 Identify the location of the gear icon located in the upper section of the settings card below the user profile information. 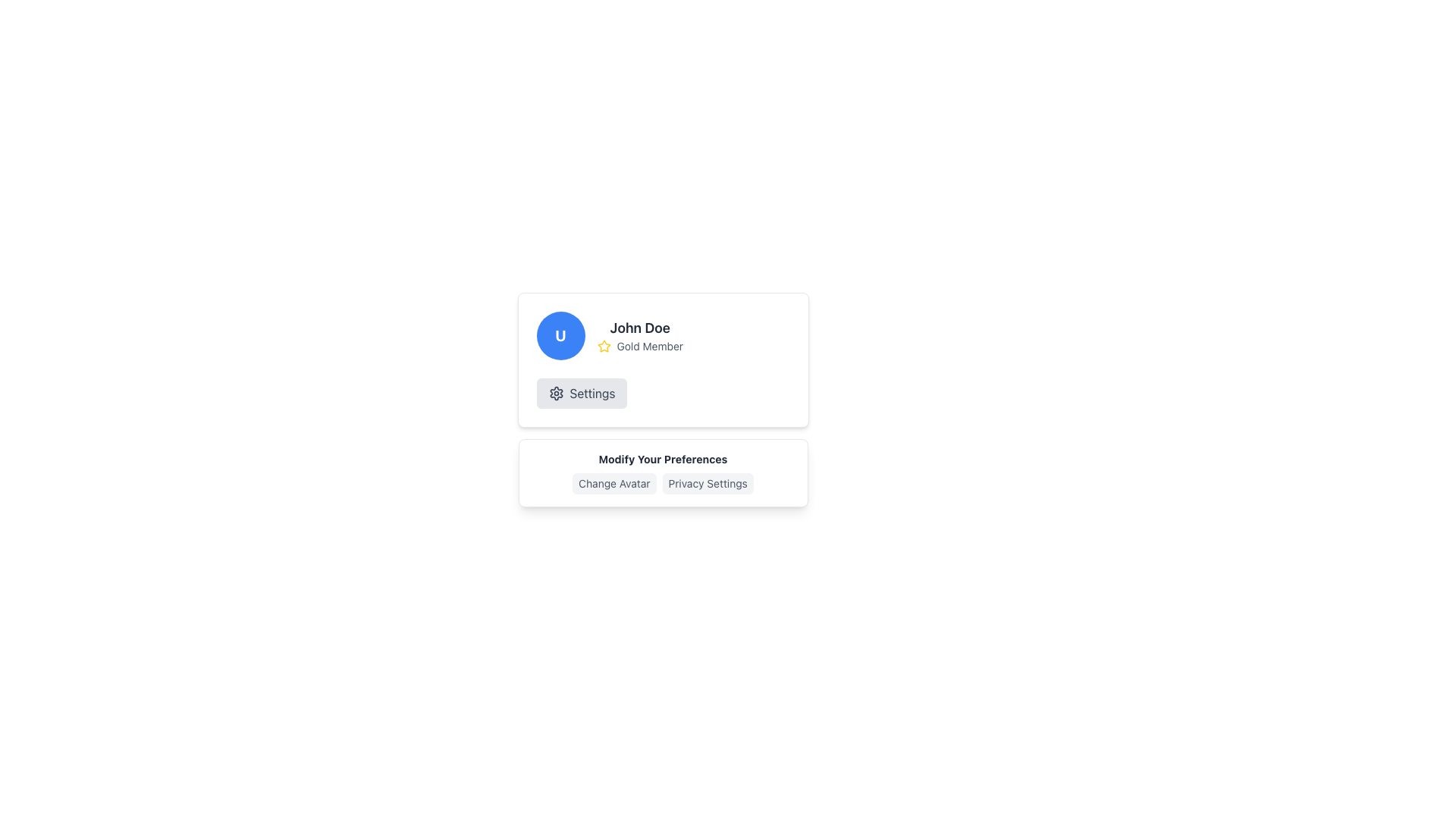
(555, 393).